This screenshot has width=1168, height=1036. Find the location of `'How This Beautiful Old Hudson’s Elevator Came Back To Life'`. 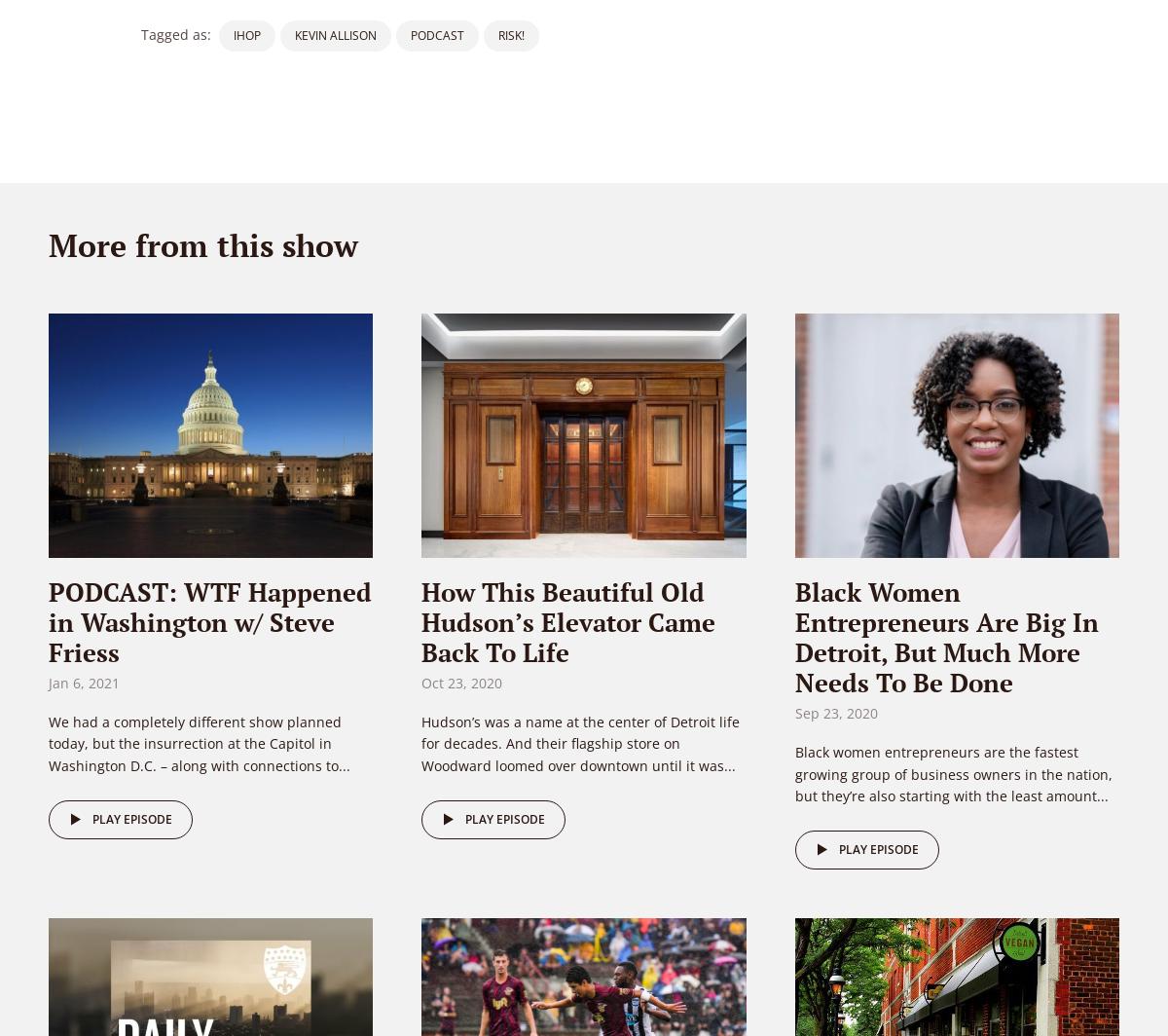

'How This Beautiful Old Hudson’s Elevator Came Back To Life' is located at coordinates (567, 620).